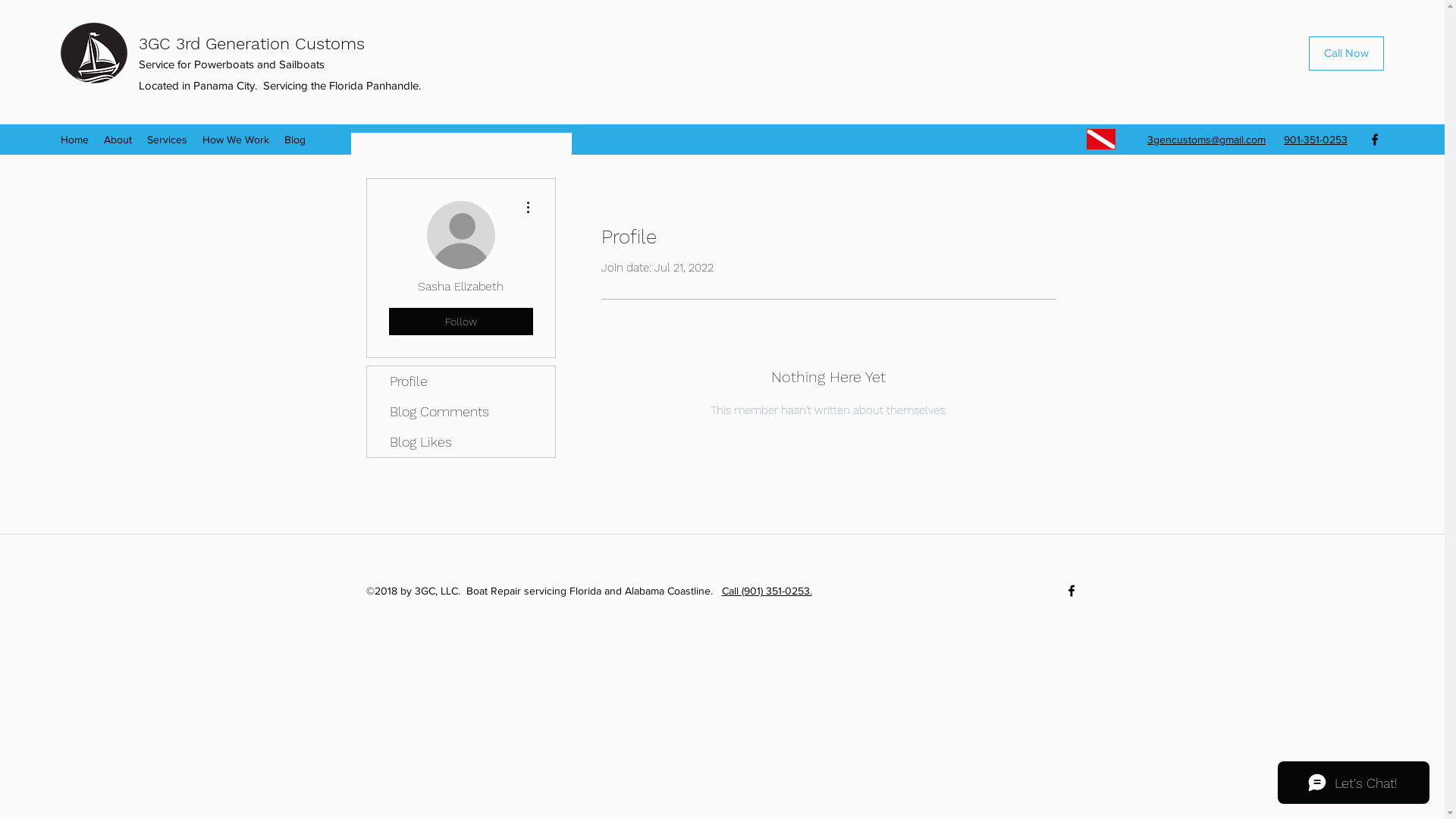 This screenshot has width=1456, height=819. What do you see at coordinates (167, 140) in the screenshot?
I see `'Services'` at bounding box center [167, 140].